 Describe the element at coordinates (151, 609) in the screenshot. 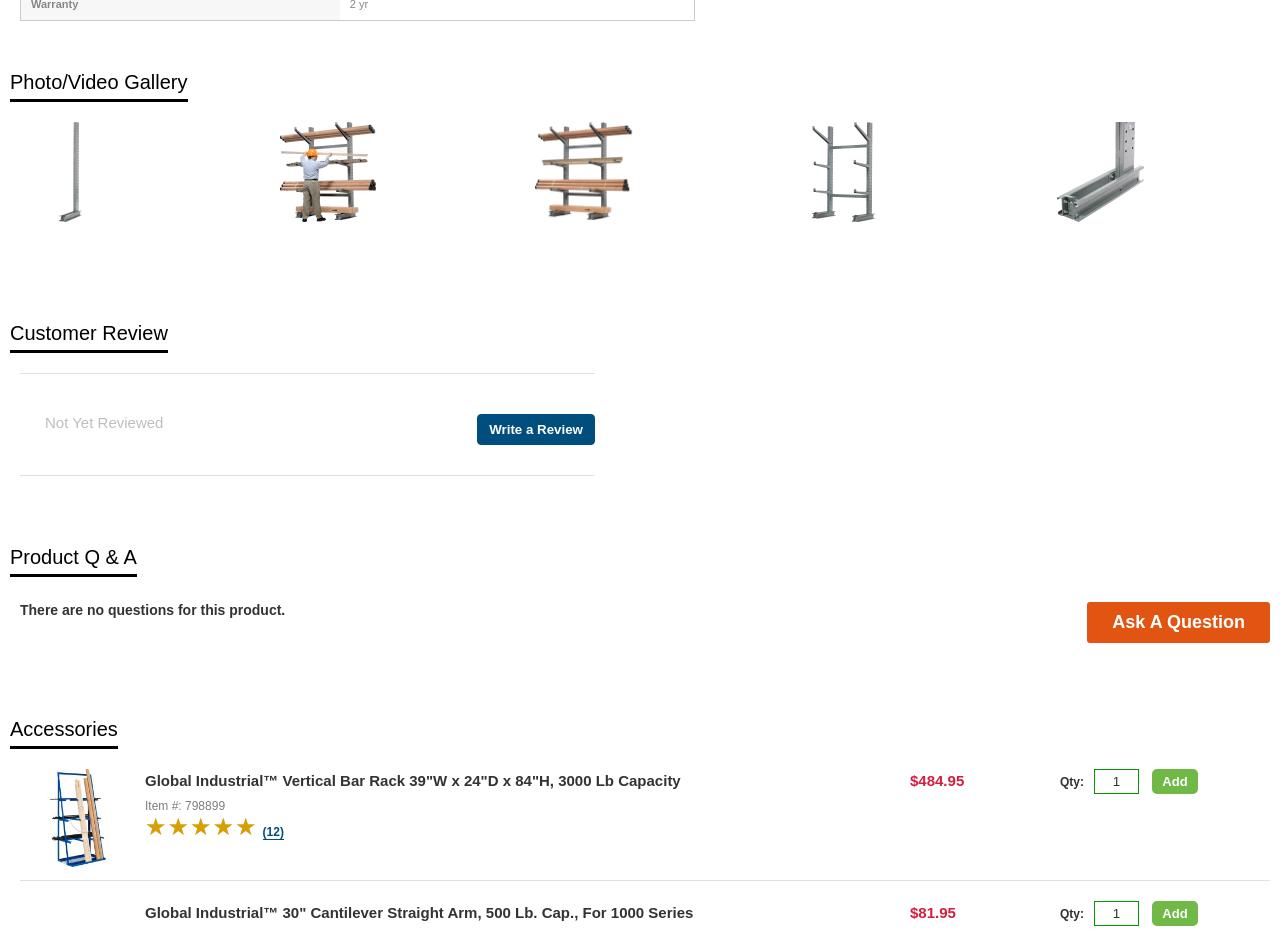

I see `'There are no questions for this product.'` at that location.